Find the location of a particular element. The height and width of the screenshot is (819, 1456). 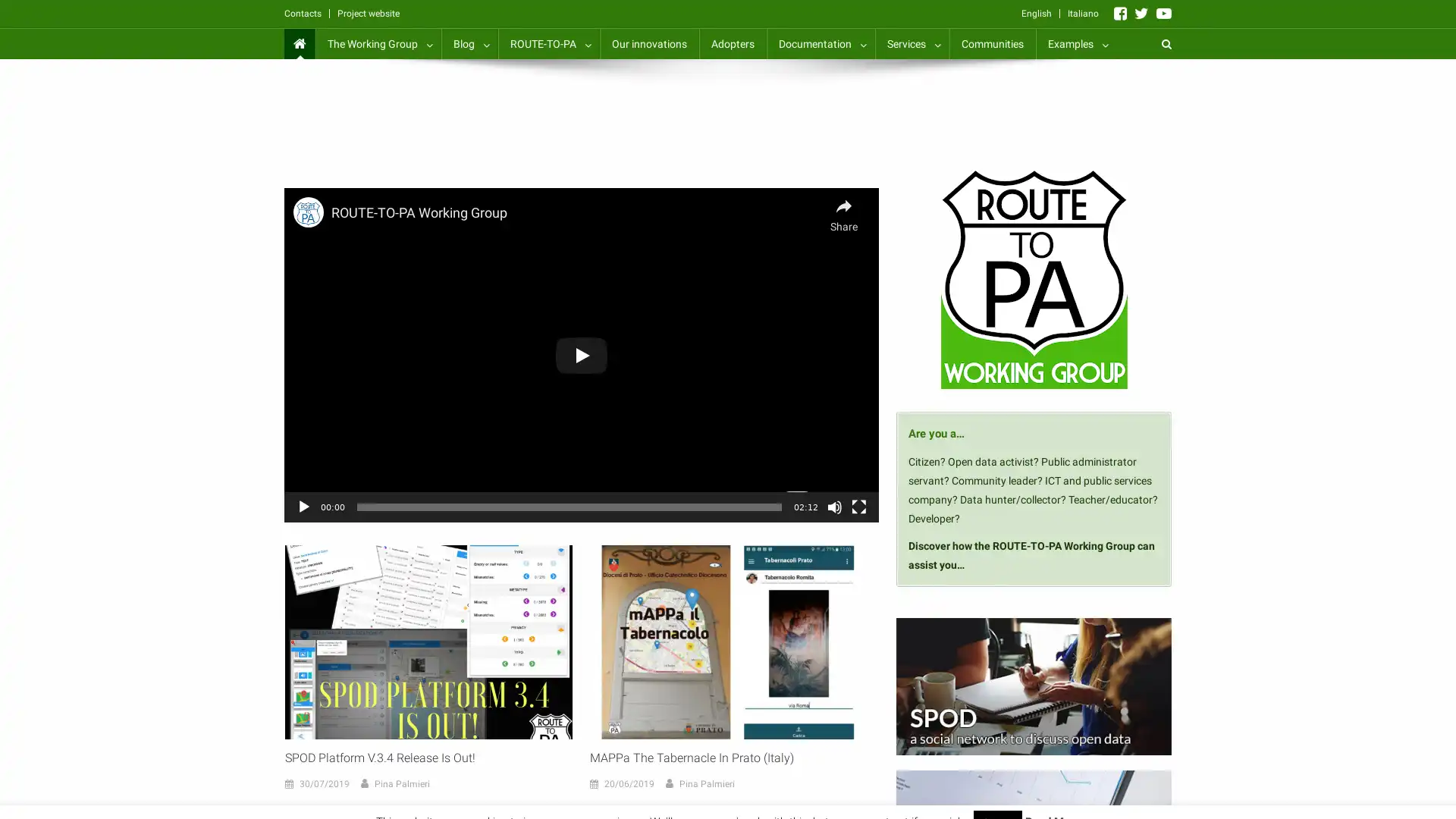

Fullscreen is located at coordinates (858, 507).